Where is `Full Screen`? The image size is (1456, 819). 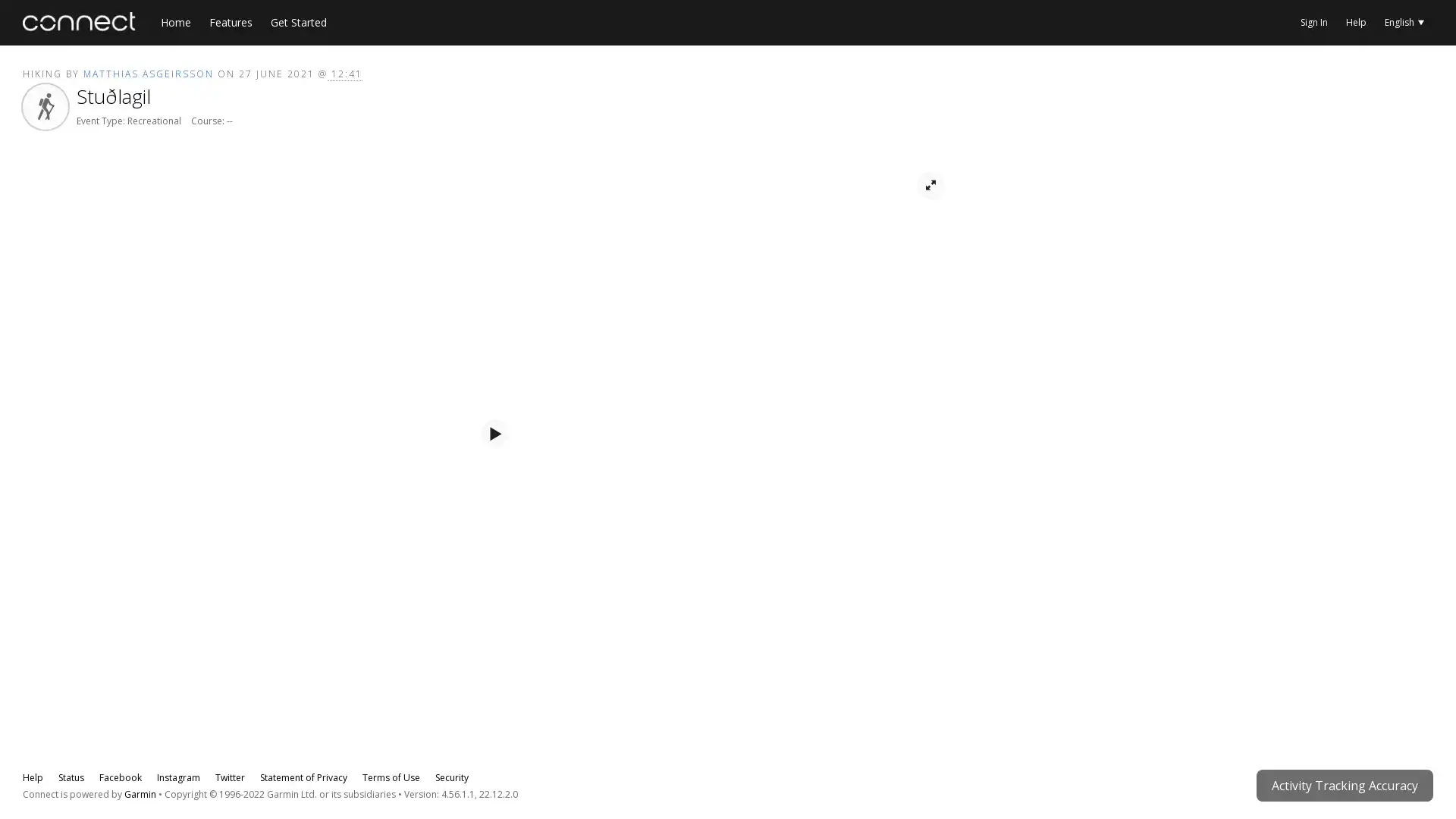
Full Screen is located at coordinates (930, 227).